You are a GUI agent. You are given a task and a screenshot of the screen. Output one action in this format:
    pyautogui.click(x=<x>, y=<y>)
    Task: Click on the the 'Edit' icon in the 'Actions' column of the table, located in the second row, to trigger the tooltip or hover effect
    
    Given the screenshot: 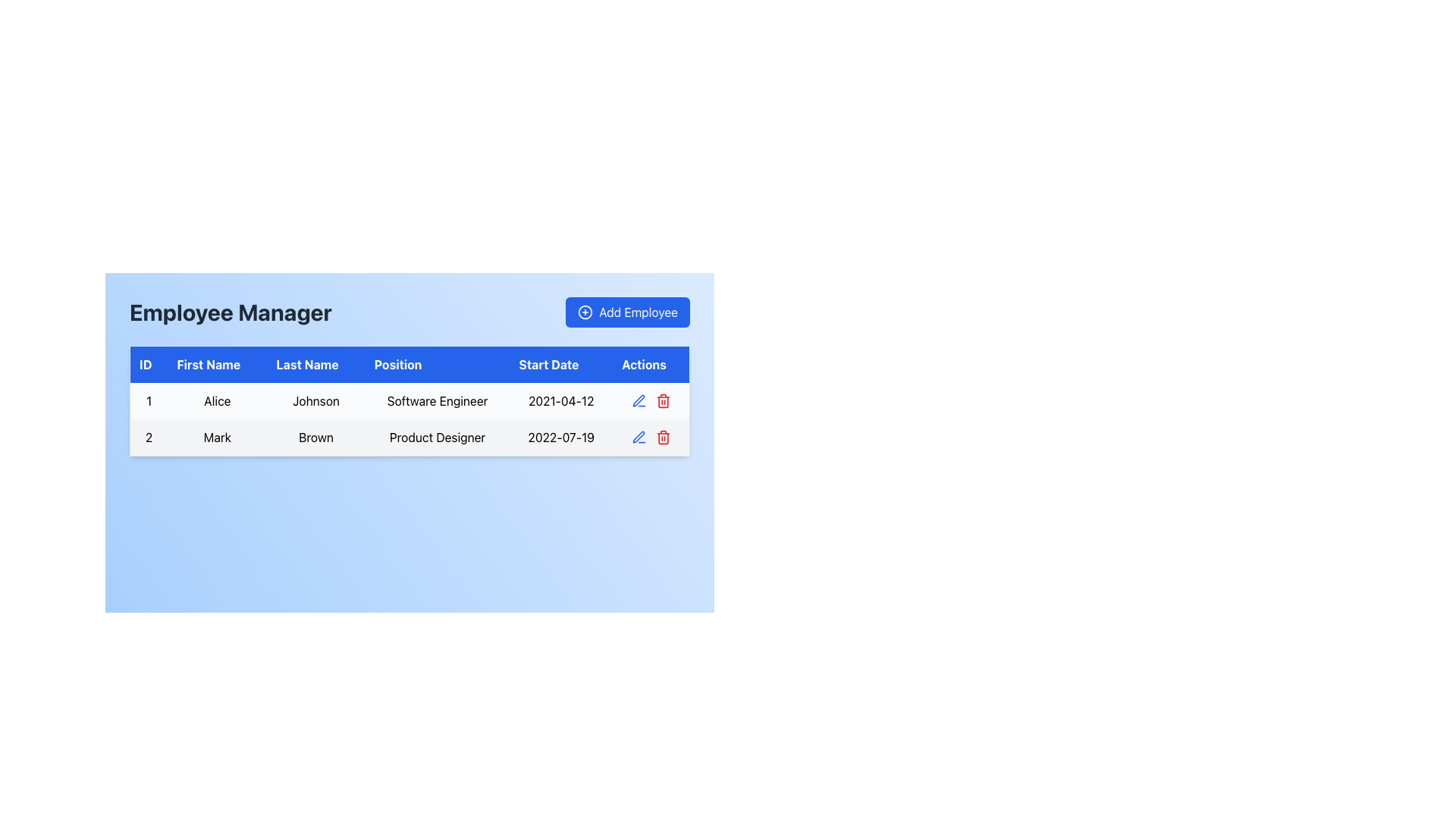 What is the action you would take?
    pyautogui.click(x=639, y=400)
    